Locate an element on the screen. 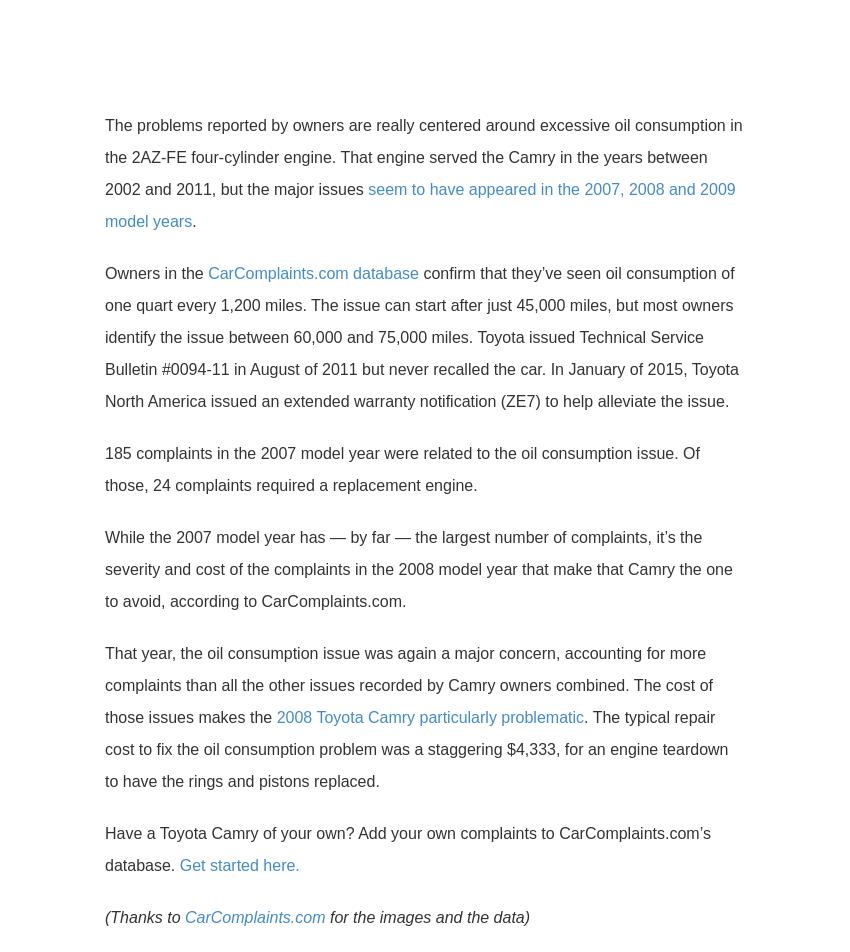 The height and width of the screenshot is (952, 850). '(Thanks to' is located at coordinates (145, 917).